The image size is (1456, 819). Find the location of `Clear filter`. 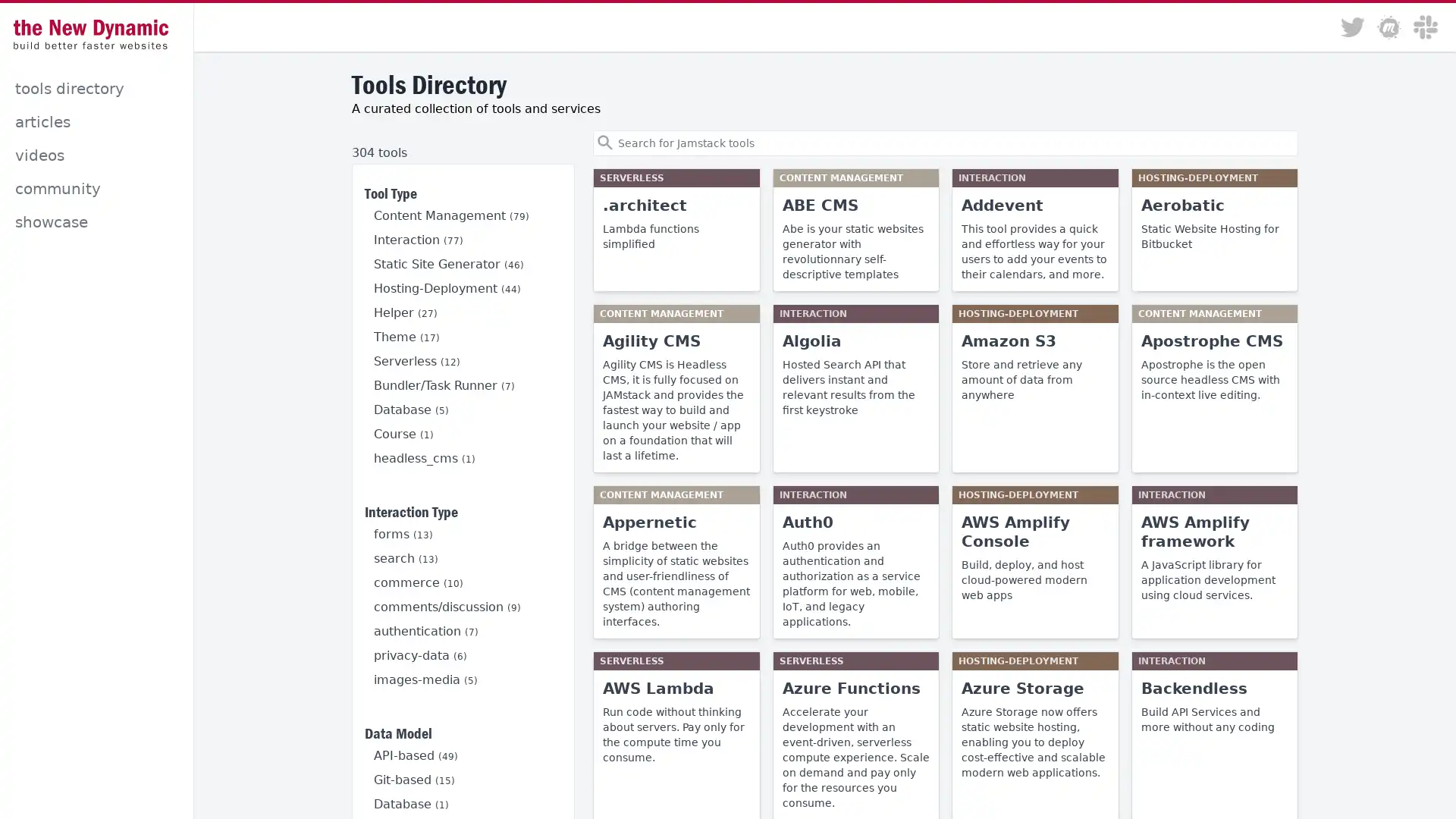

Clear filter is located at coordinates (450, 152).